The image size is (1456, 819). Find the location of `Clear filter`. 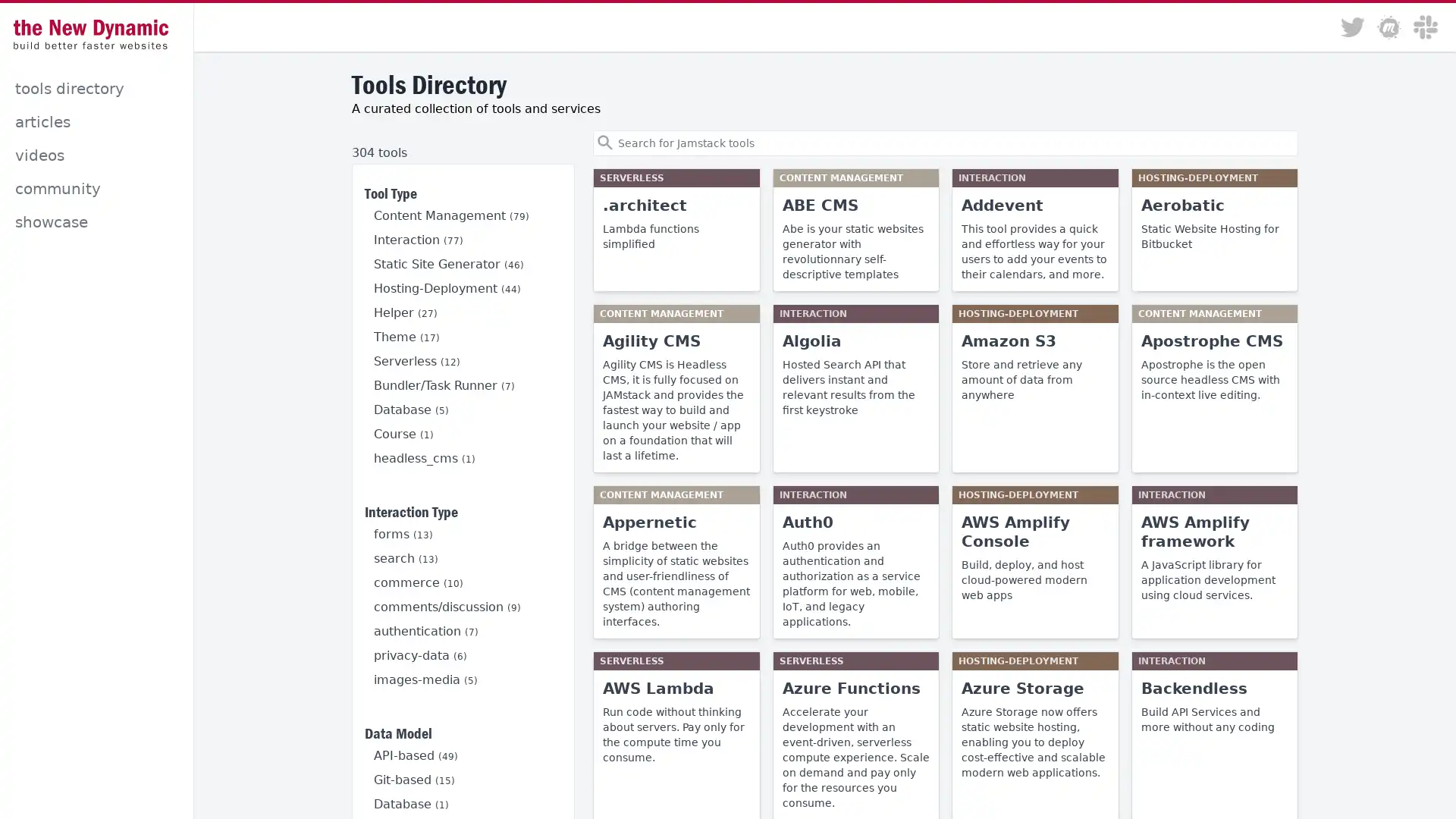

Clear filter is located at coordinates (450, 152).